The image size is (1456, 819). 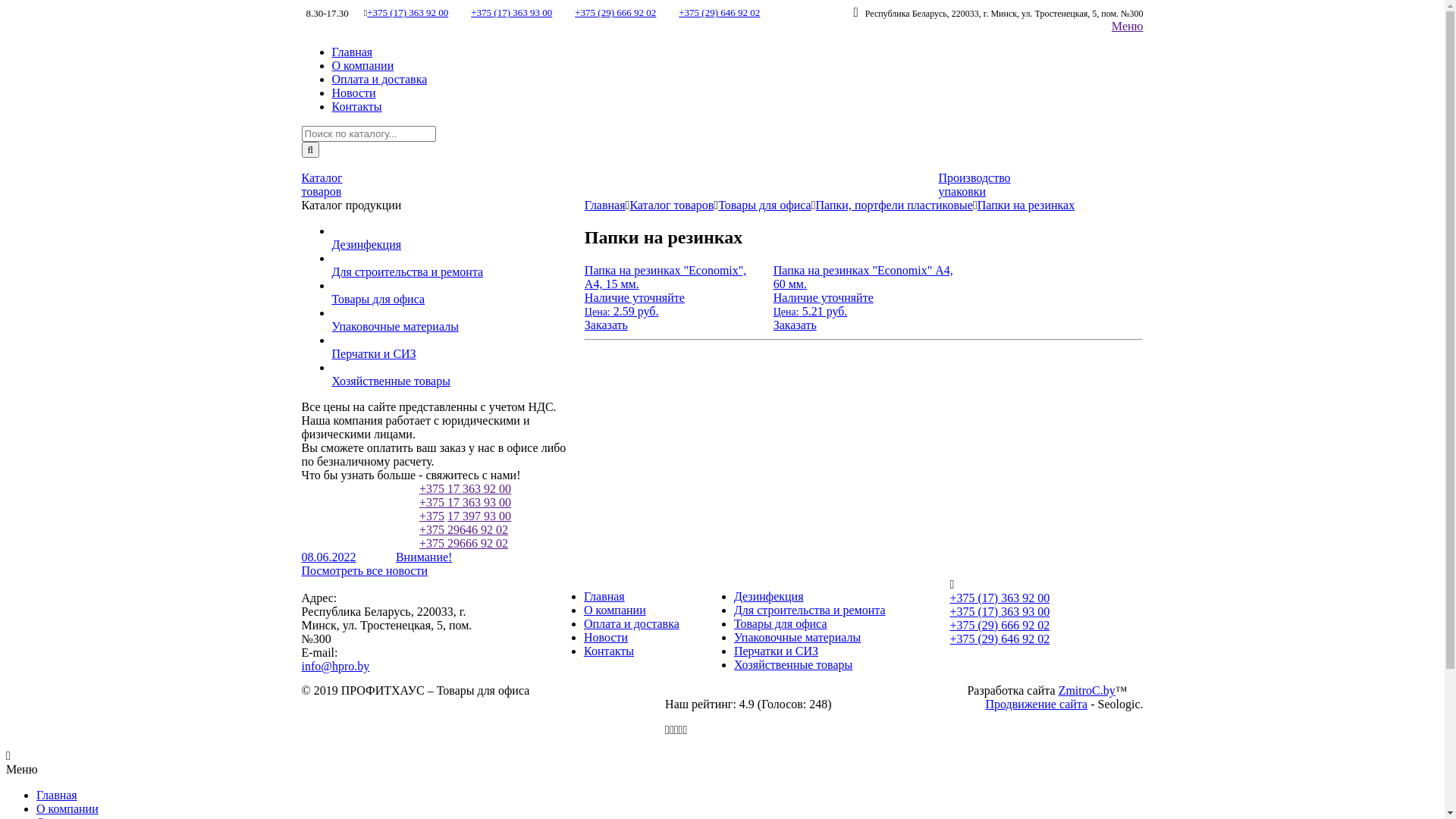 I want to click on 'ZmitroC.by', so click(x=1086, y=690).